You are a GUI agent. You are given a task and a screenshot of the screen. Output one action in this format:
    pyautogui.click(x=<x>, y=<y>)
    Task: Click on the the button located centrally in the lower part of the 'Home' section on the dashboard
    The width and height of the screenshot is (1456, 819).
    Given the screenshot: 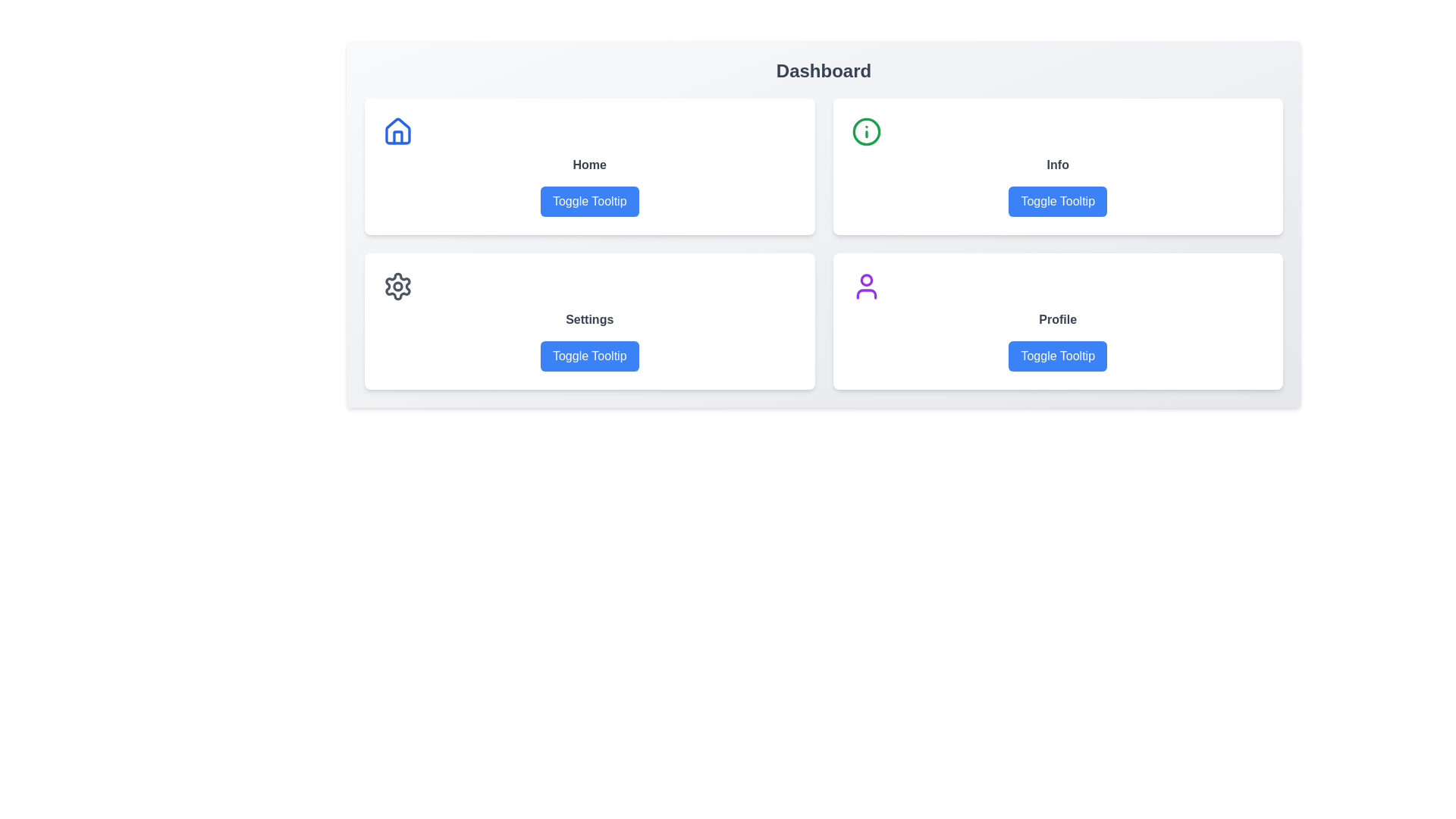 What is the action you would take?
    pyautogui.click(x=588, y=201)
    